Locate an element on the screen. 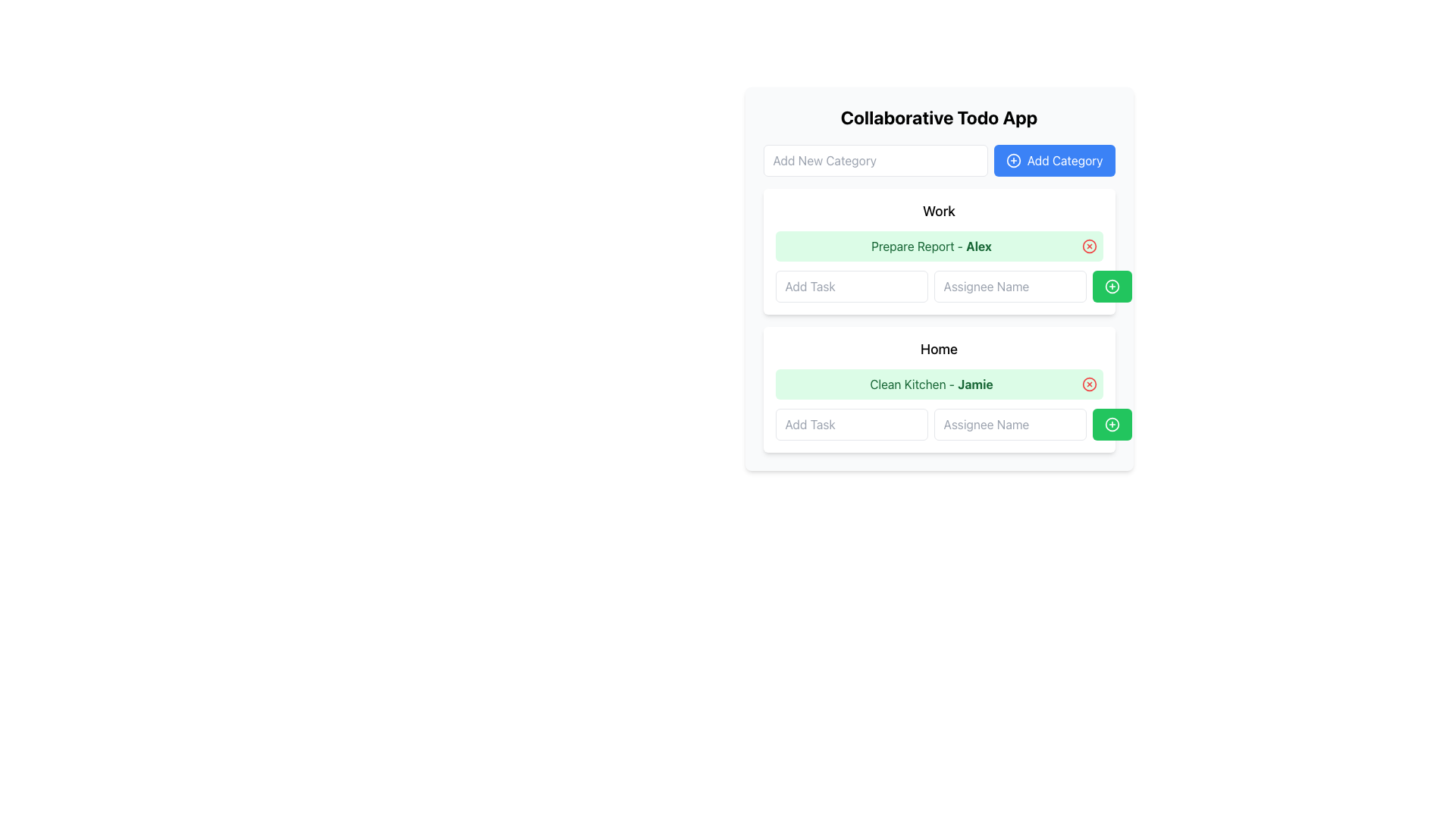  the contents of the upper Card element in the 'Collaborative Todo App' section, which displays the task title and associated assignee is located at coordinates (938, 250).